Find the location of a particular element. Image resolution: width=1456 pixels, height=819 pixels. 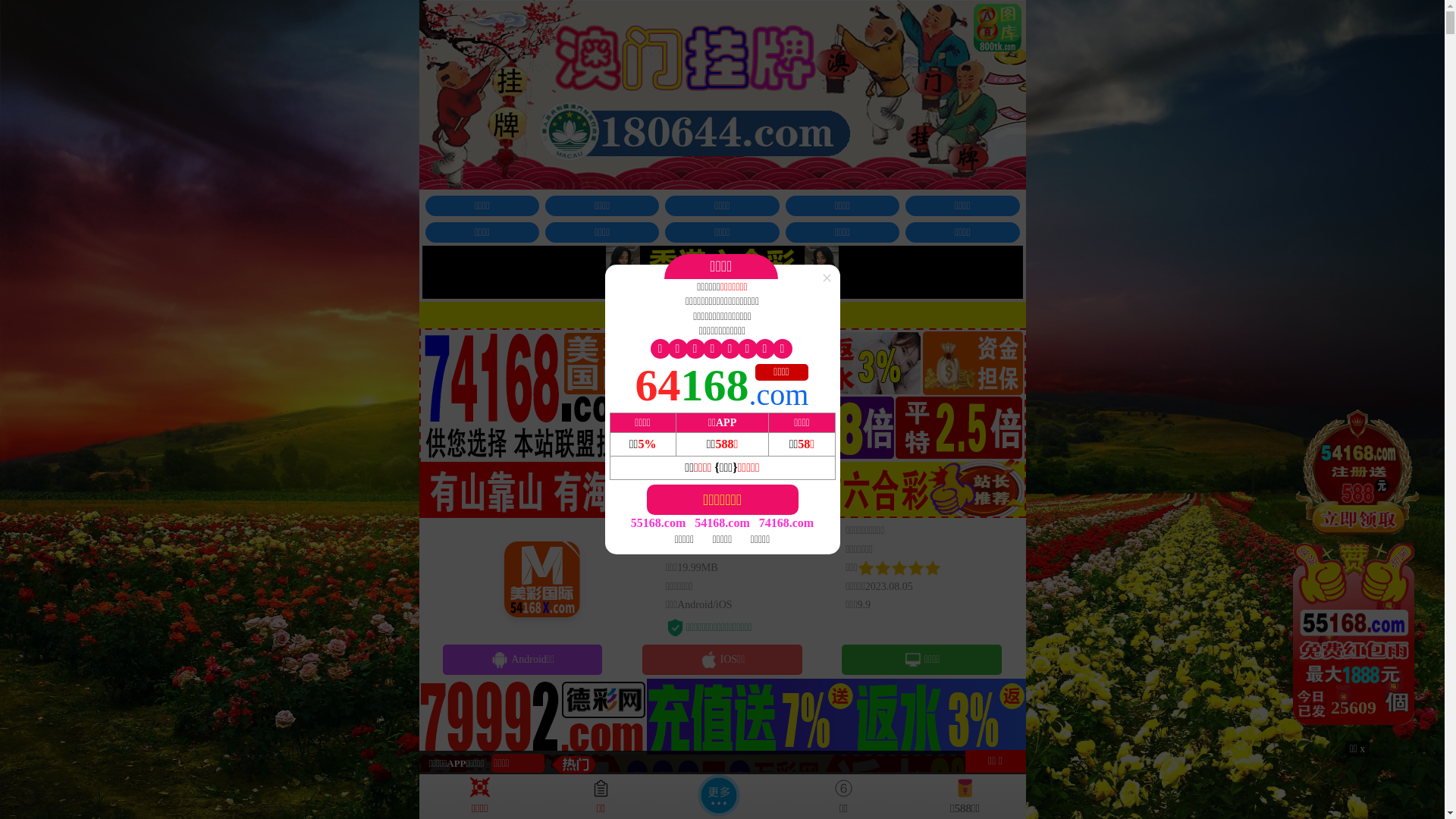

'24929' is located at coordinates (1357, 573).